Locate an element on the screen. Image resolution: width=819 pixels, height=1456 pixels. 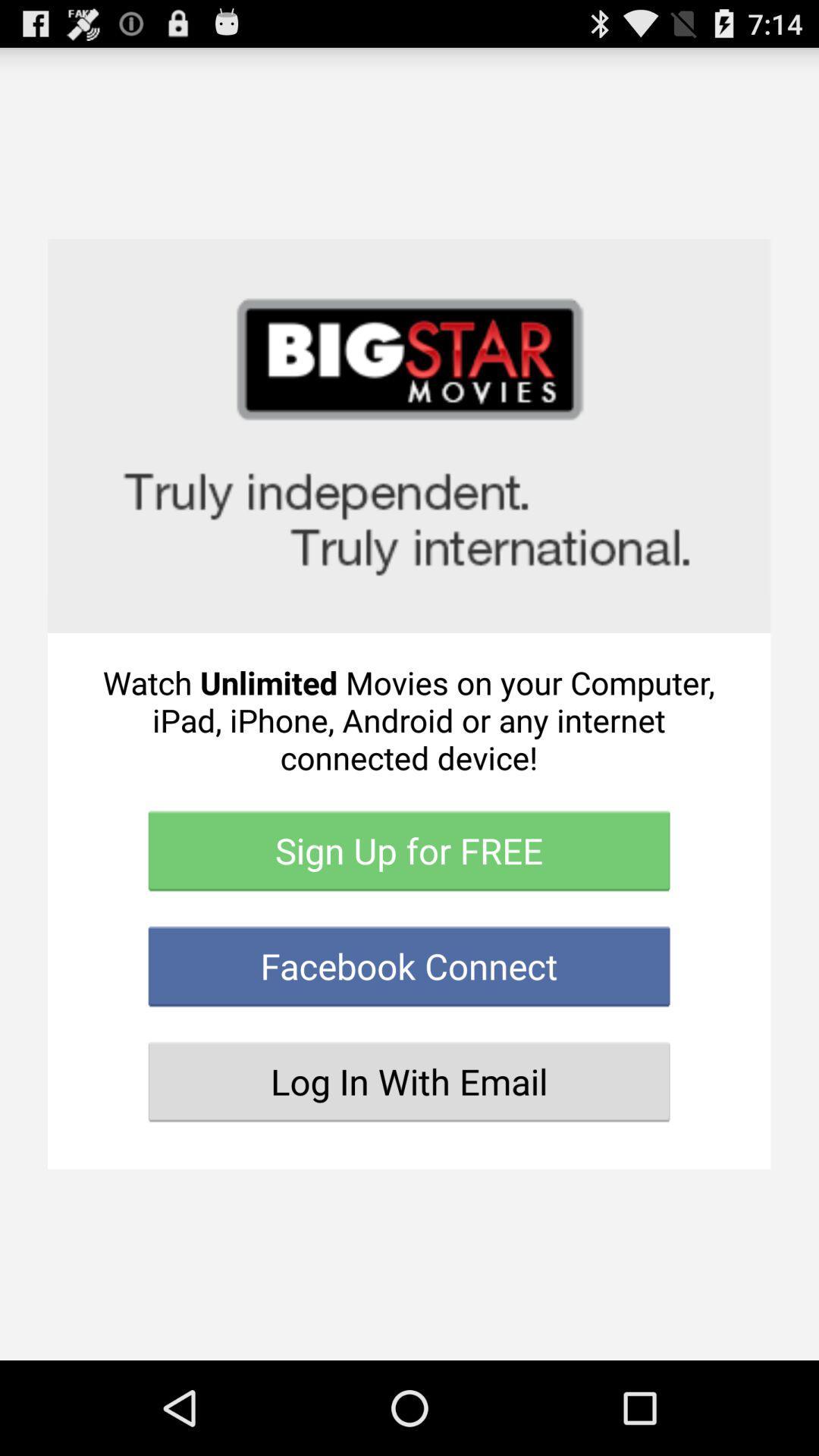
the icon above log in with button is located at coordinates (408, 965).